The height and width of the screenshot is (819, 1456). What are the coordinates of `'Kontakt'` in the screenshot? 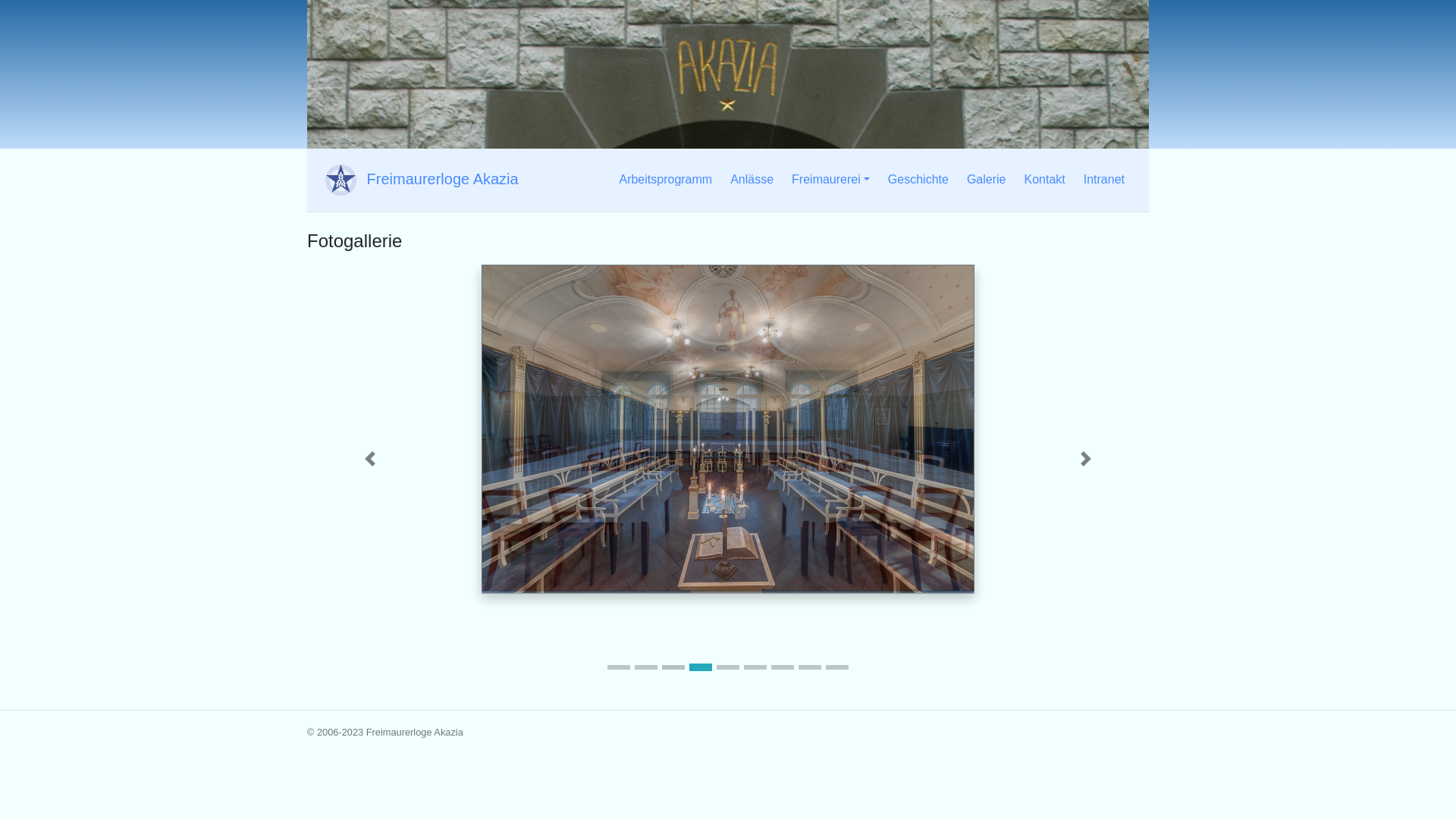 It's located at (1043, 178).